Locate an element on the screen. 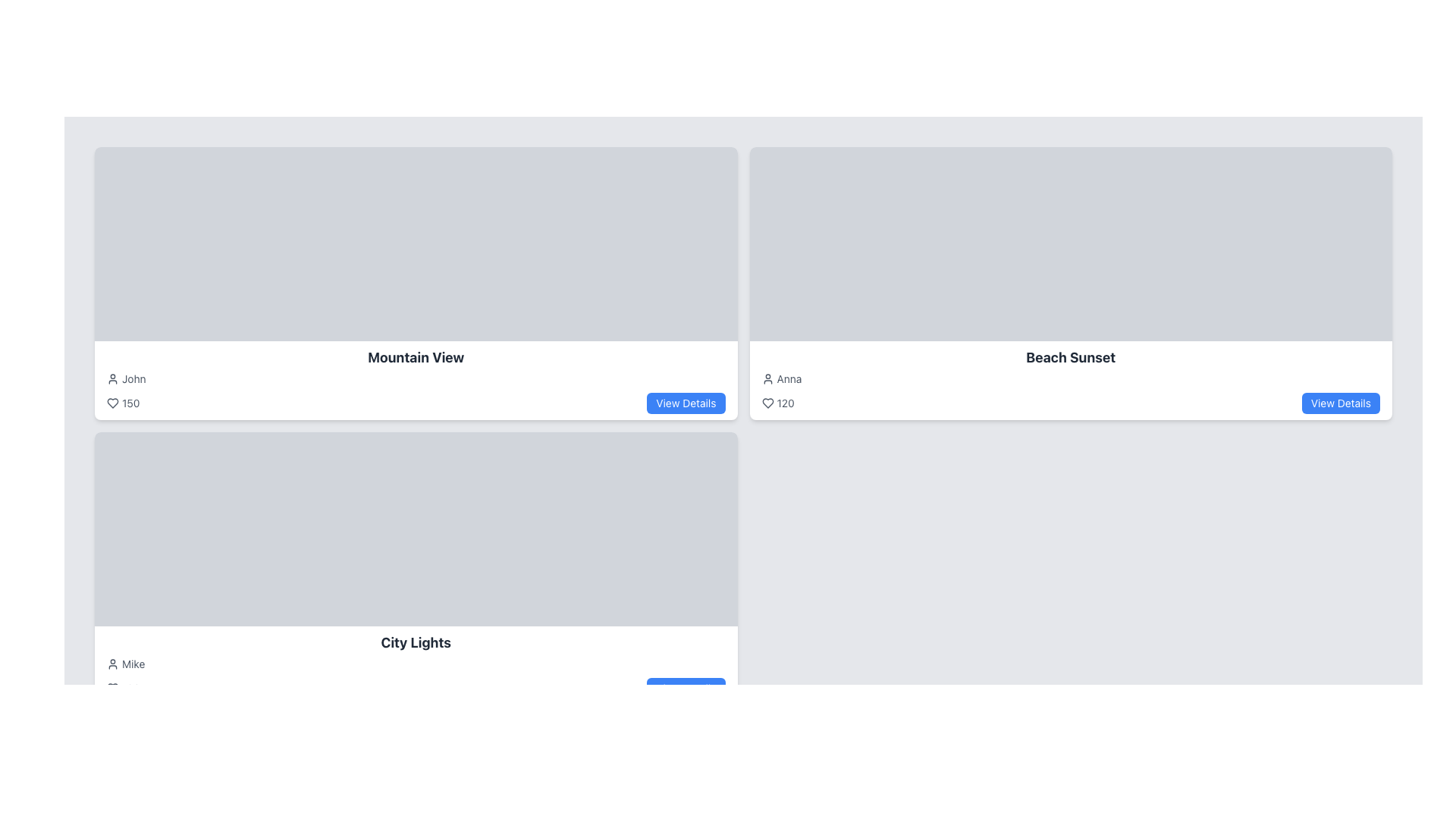 This screenshot has width=1456, height=819. the user icon located to the left of the name 'Anna' in the upper-right quadrant of the grid layout is located at coordinates (767, 378).